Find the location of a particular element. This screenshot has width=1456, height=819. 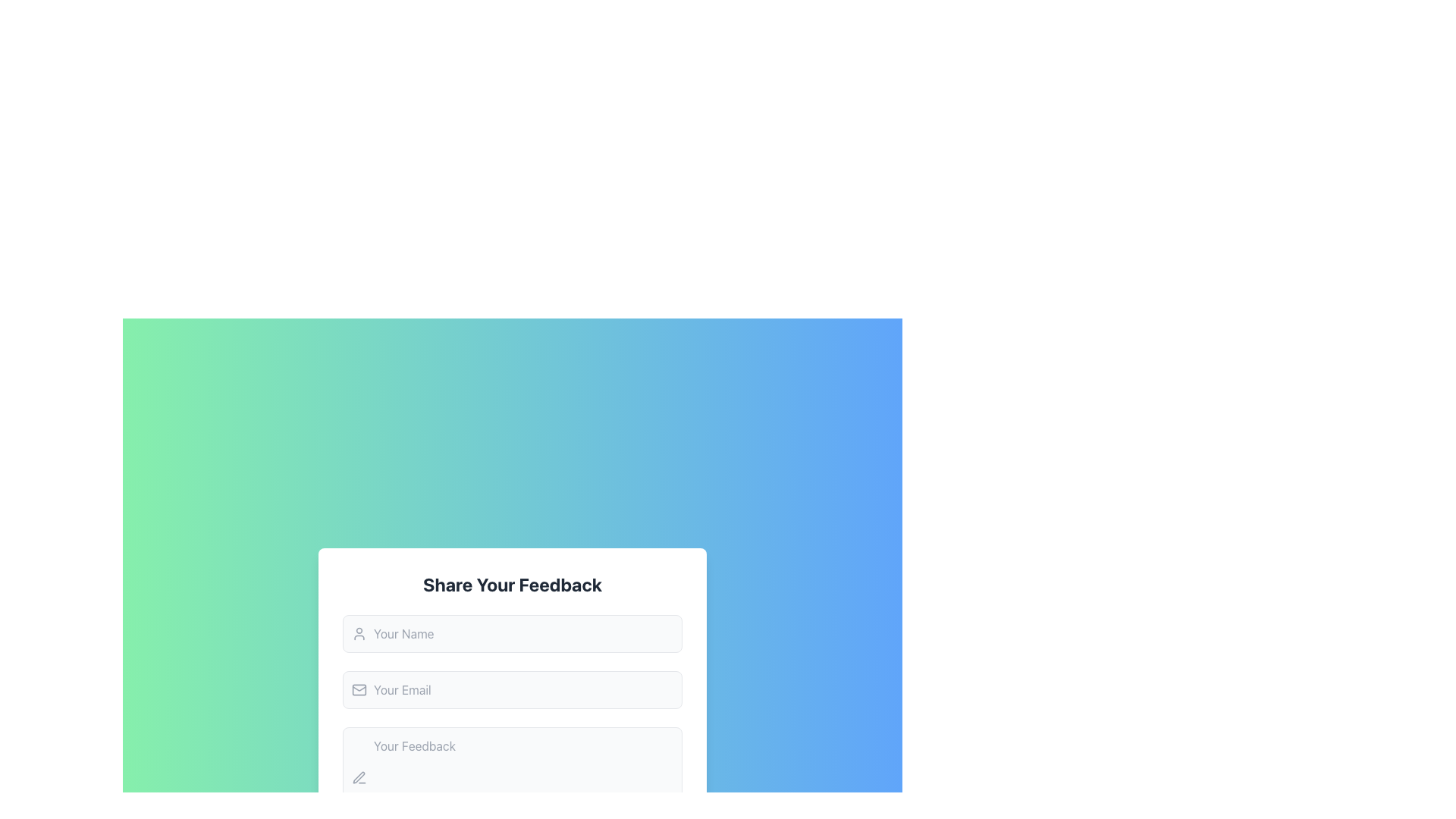

the small user icon, which is a light gray circular head and shoulders pictogram located to the left of the 'Your Name' input field is located at coordinates (359, 634).